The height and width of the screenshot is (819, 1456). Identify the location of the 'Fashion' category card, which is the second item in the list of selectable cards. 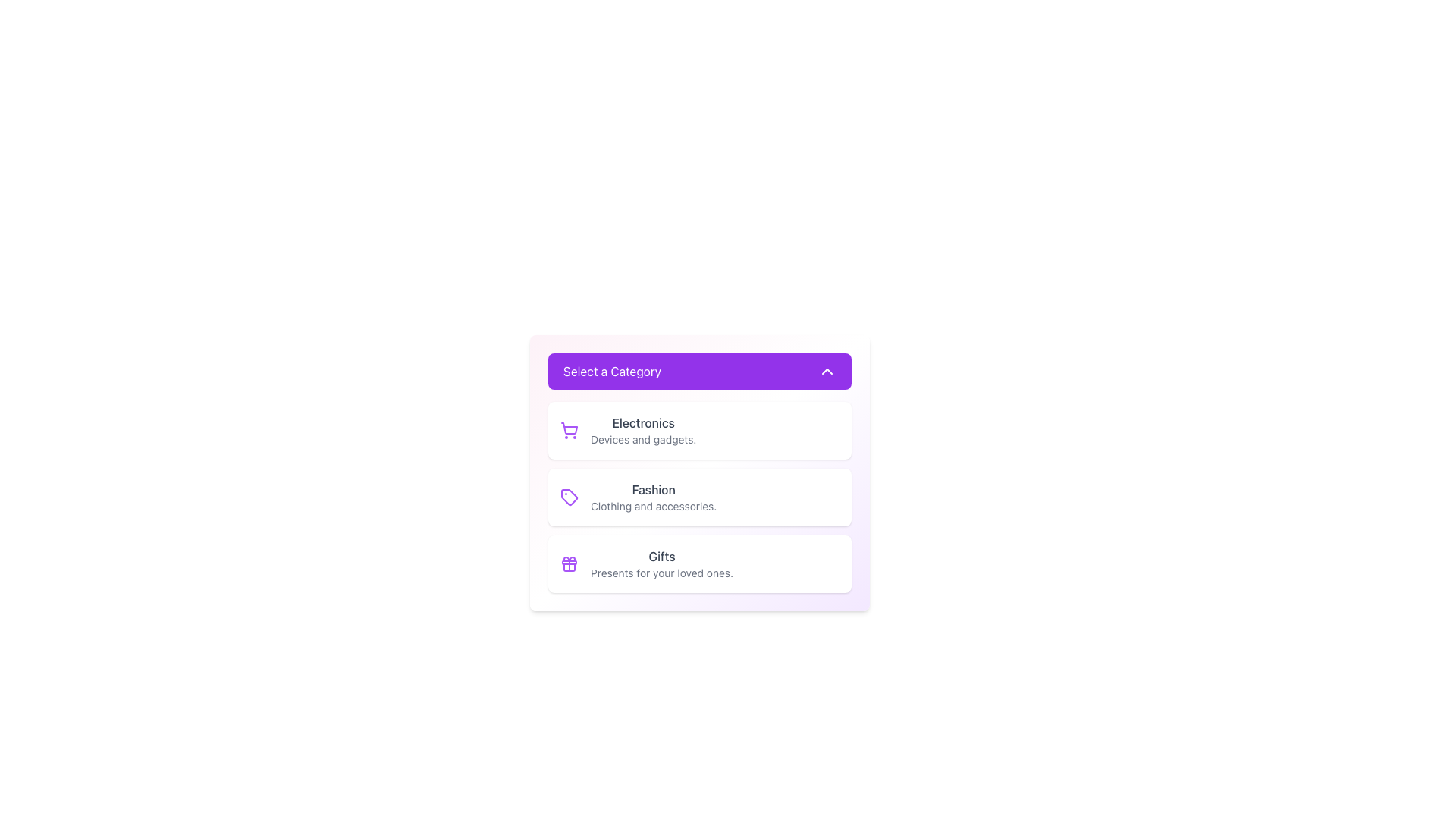
(654, 497).